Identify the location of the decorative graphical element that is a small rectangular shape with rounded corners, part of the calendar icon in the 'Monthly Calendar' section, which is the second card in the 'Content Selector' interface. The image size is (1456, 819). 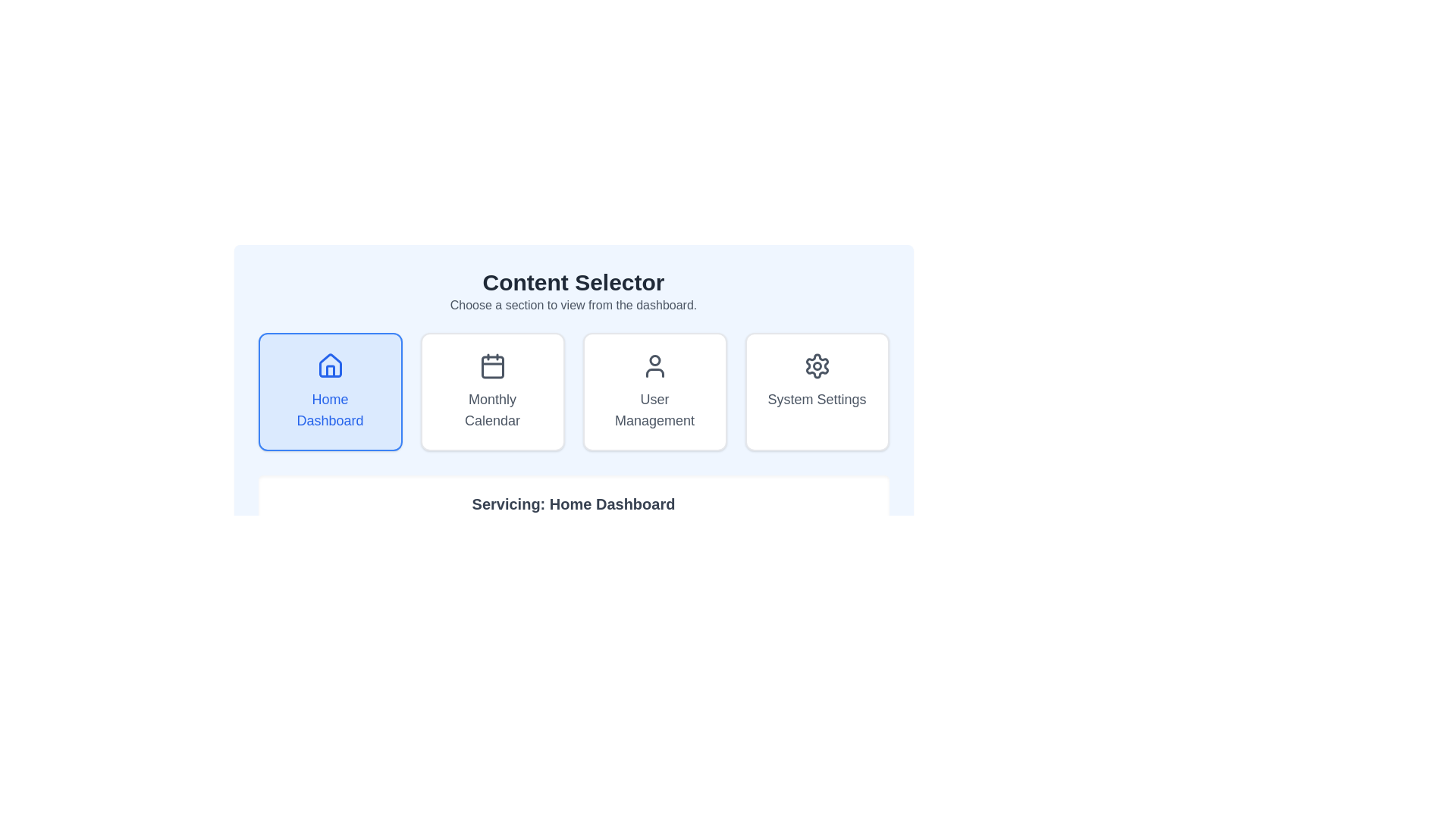
(492, 367).